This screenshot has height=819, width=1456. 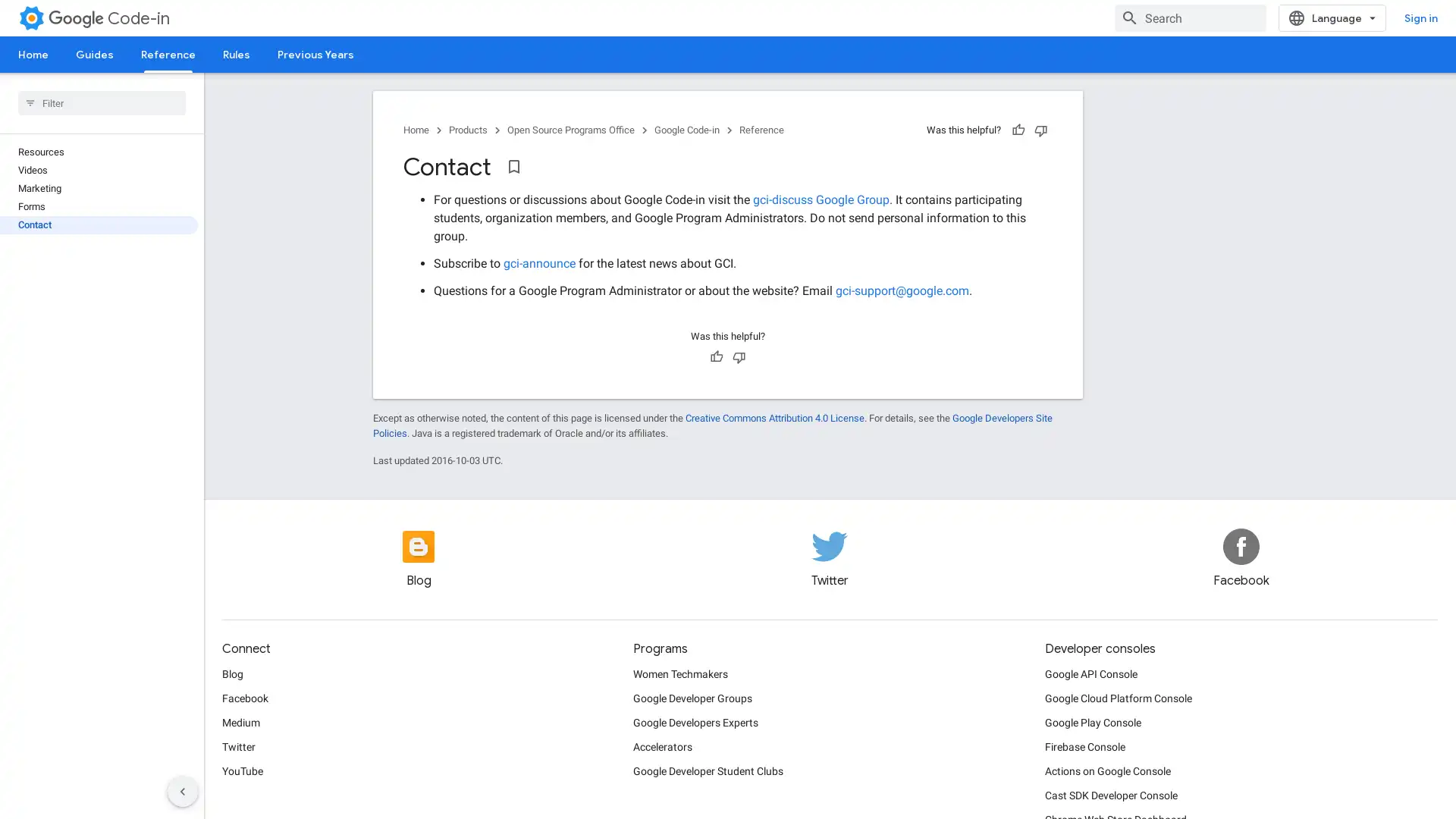 What do you see at coordinates (716, 356) in the screenshot?
I see `Helpful` at bounding box center [716, 356].